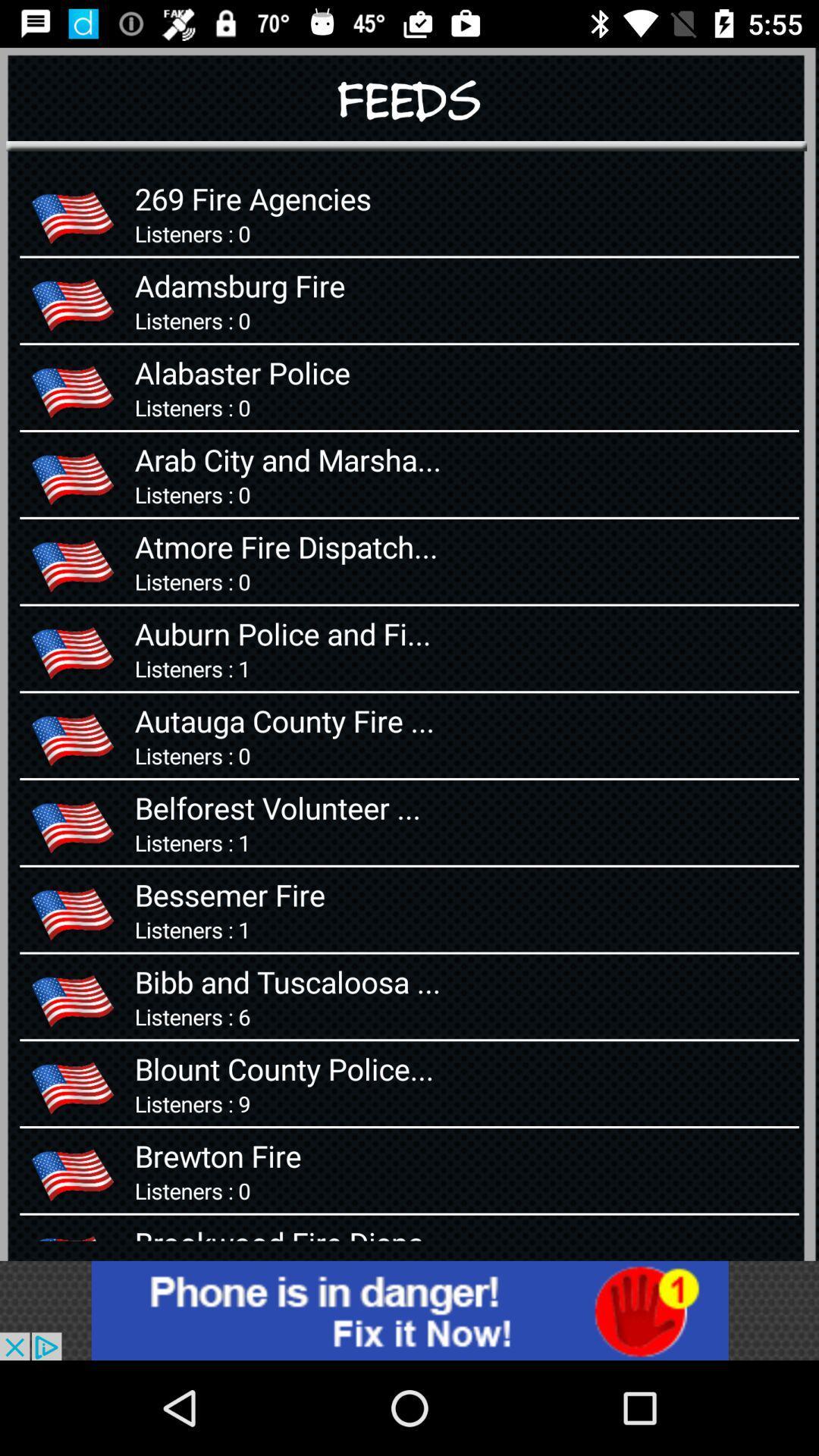 Image resolution: width=819 pixels, height=1456 pixels. Describe the element at coordinates (409, 1310) in the screenshot. I see `advertisements displaying` at that location.